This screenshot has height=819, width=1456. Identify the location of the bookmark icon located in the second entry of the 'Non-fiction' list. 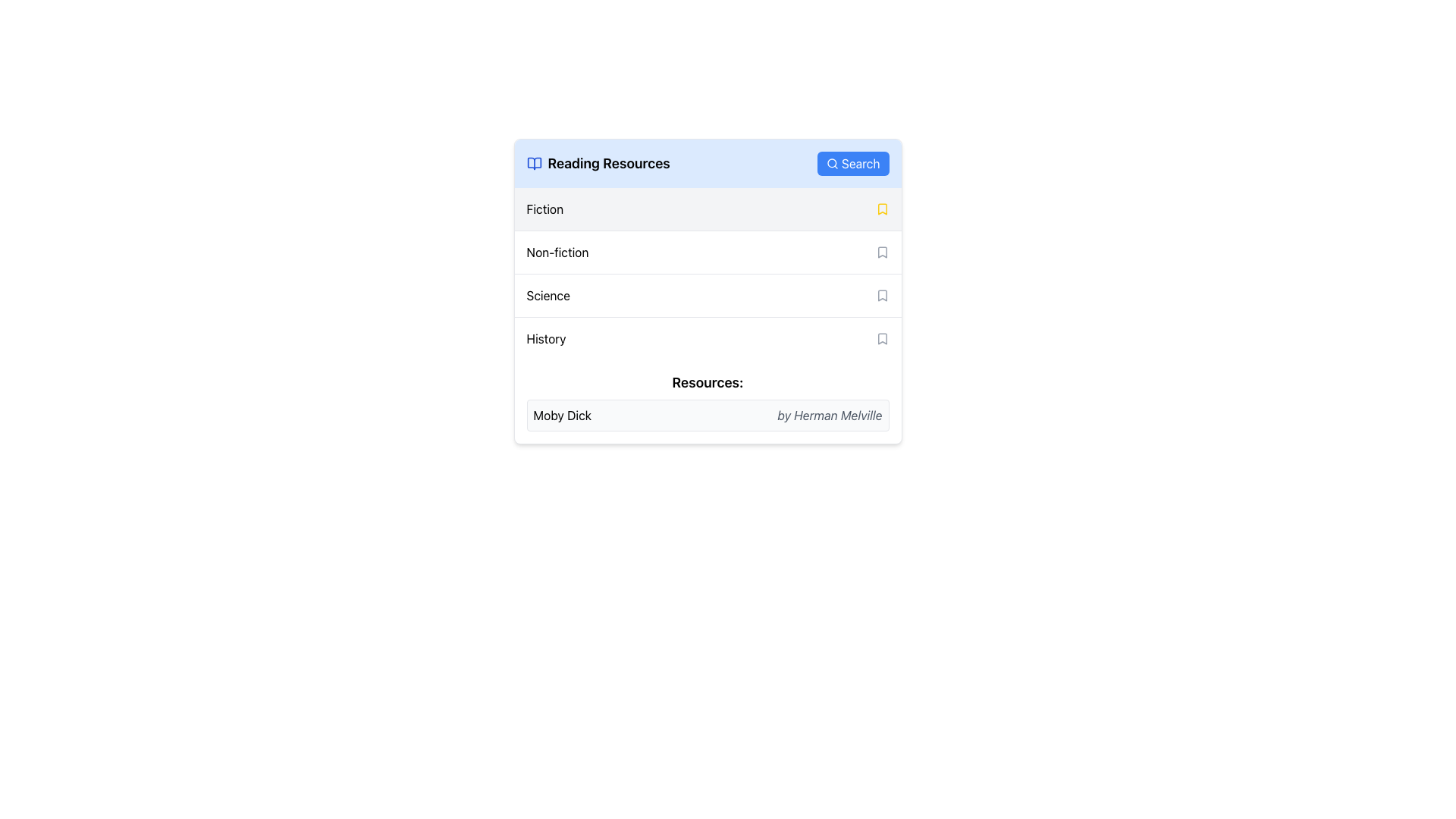
(882, 251).